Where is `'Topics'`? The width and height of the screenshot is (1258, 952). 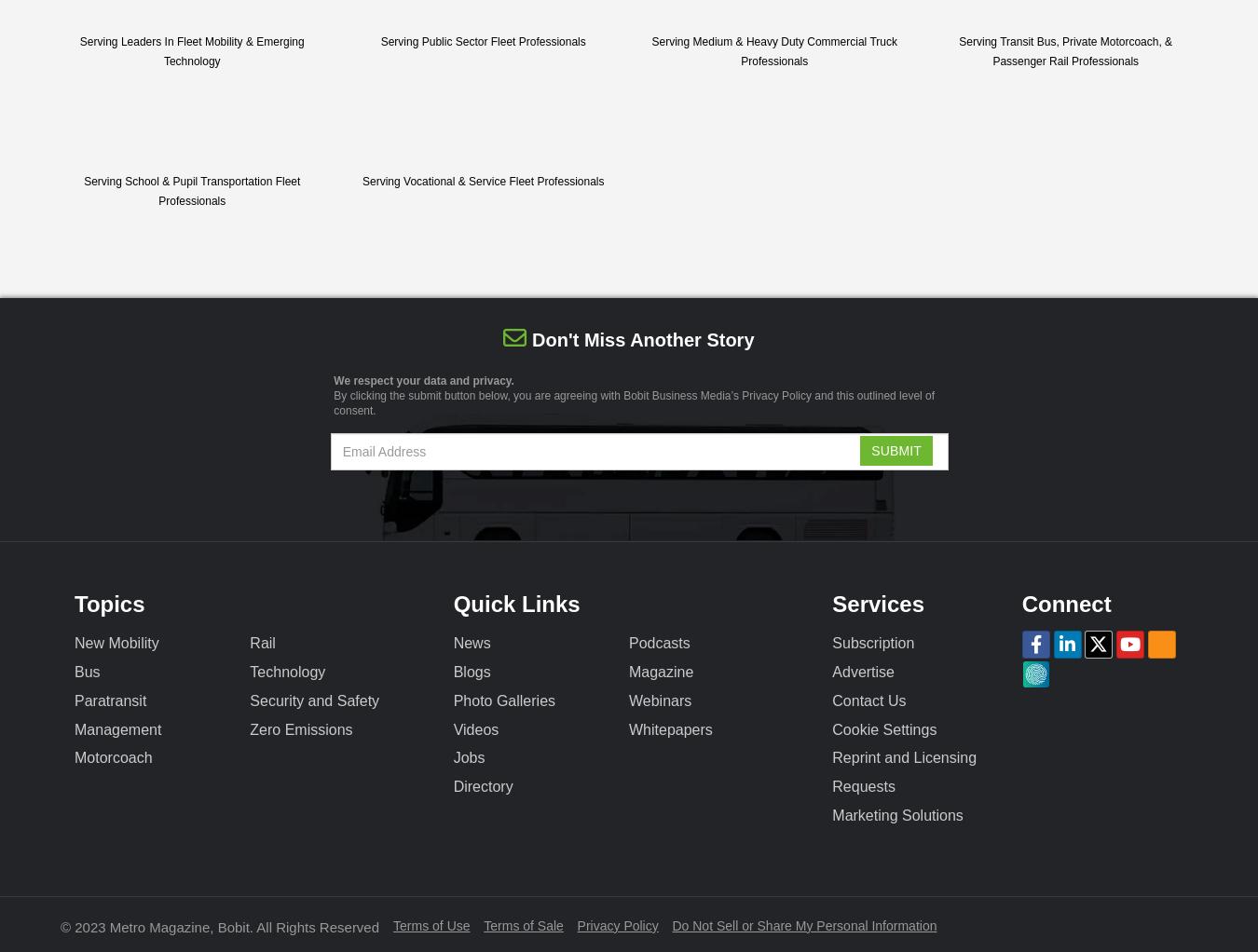 'Topics' is located at coordinates (109, 603).